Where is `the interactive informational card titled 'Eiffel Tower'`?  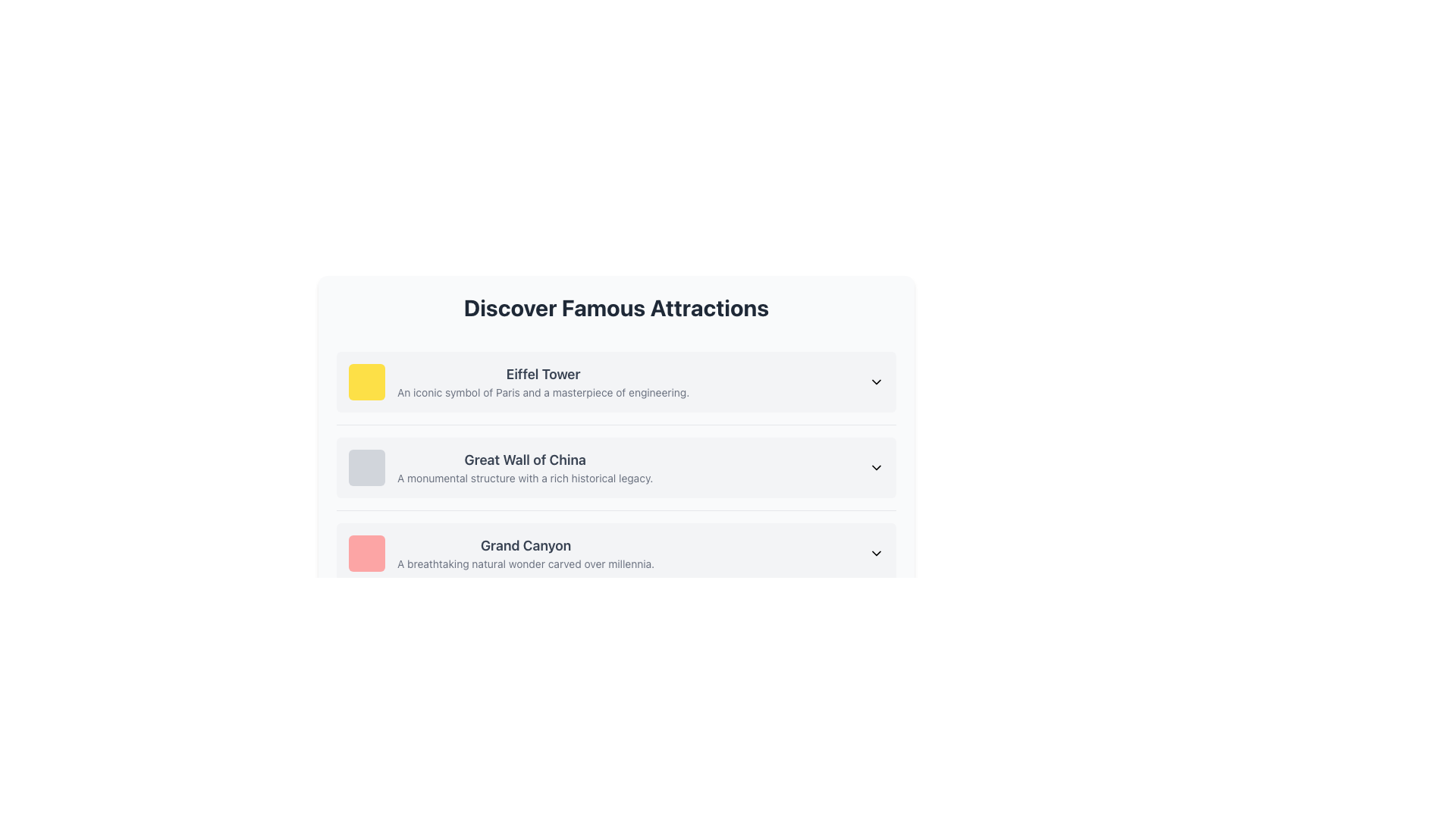 the interactive informational card titled 'Eiffel Tower' is located at coordinates (616, 405).